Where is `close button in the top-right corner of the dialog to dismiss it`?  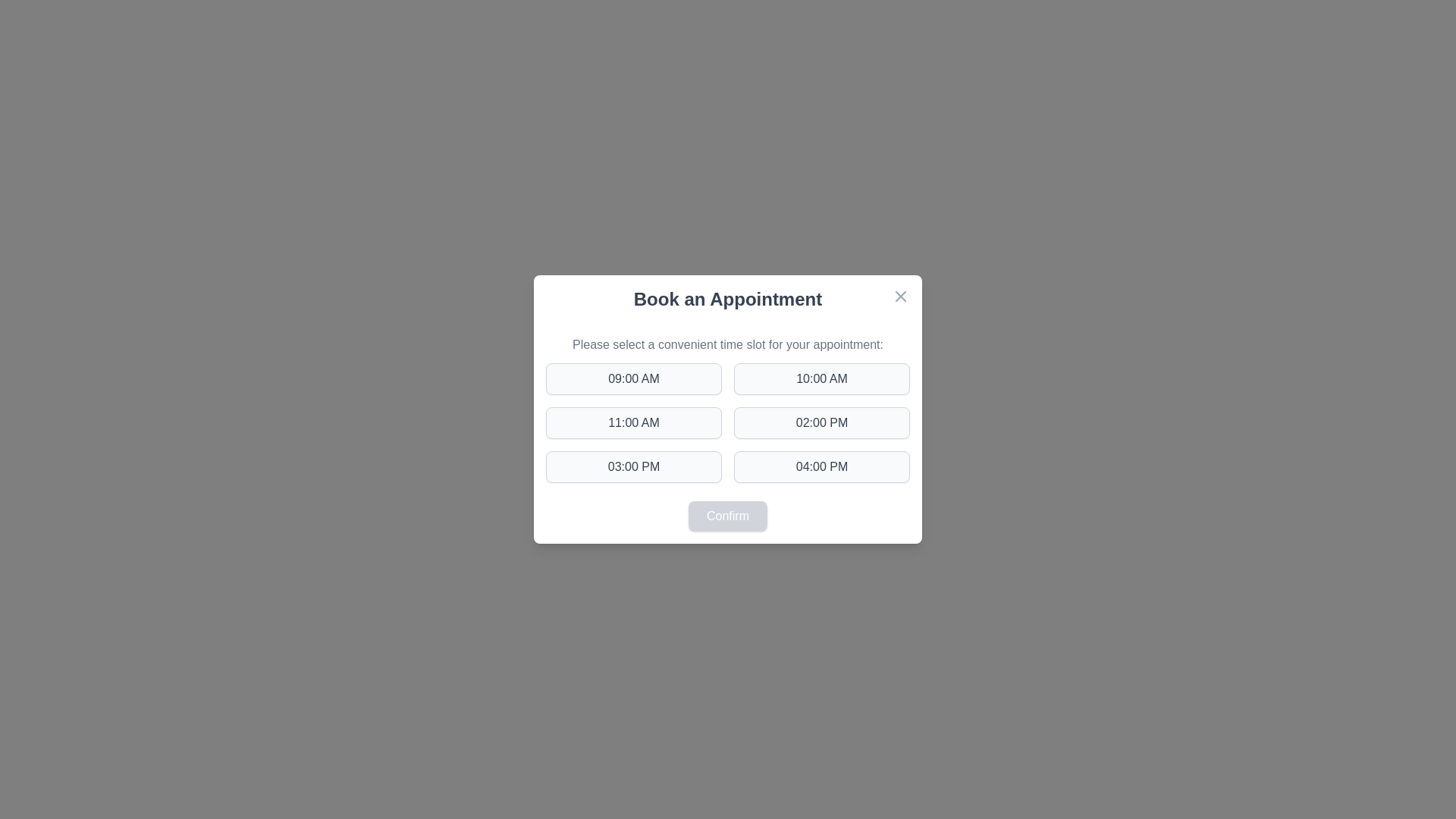 close button in the top-right corner of the dialog to dismiss it is located at coordinates (901, 296).